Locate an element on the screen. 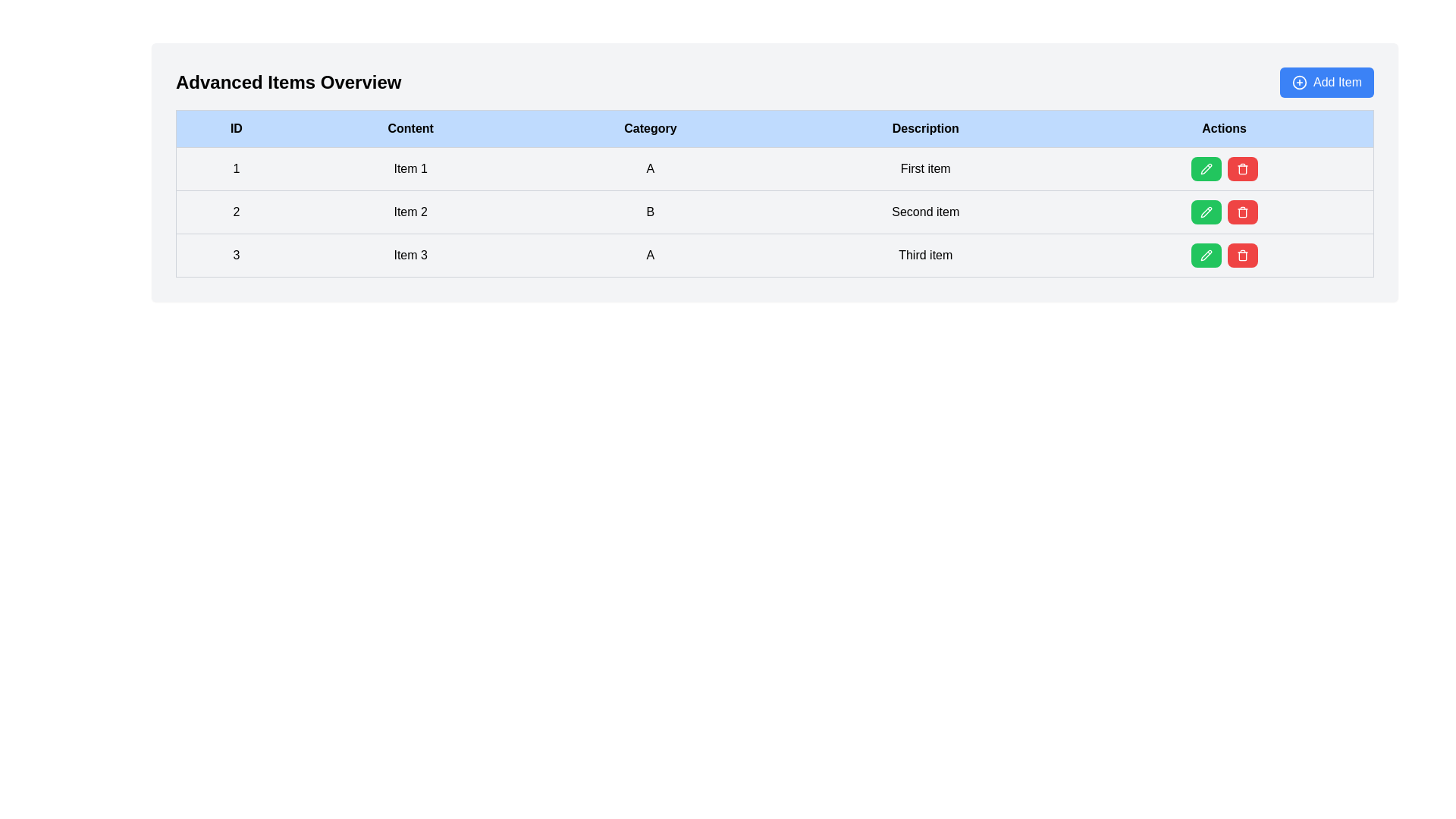 The width and height of the screenshot is (1456, 819). the third row in the table which contains the ID '3', the content 'Item 3', the category 'A', and the description 'Third item' is located at coordinates (775, 254).